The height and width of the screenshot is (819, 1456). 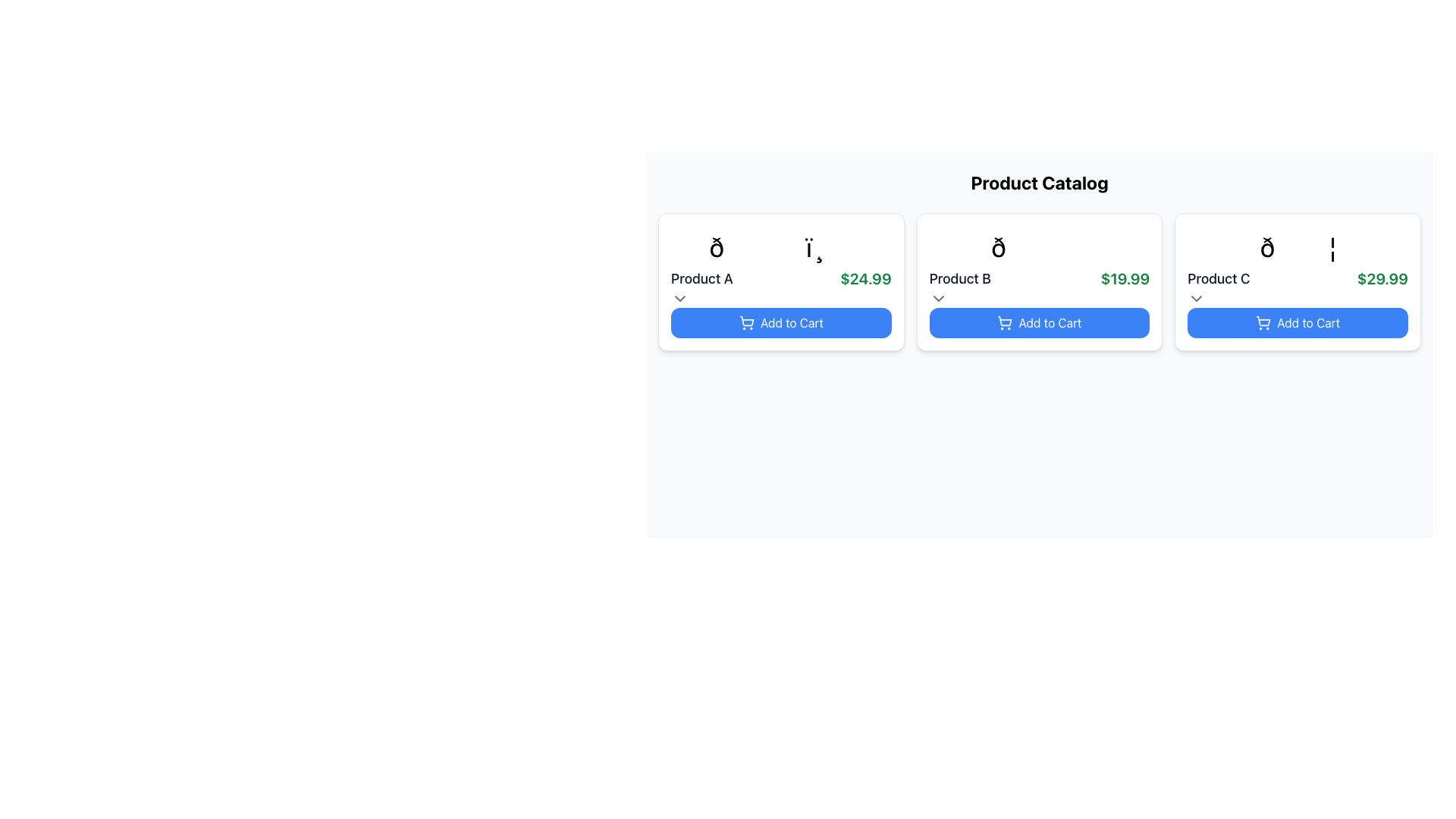 I want to click on the chevron-down SVG icon located under the 'Product A' label in the first product card, so click(x=679, y=298).